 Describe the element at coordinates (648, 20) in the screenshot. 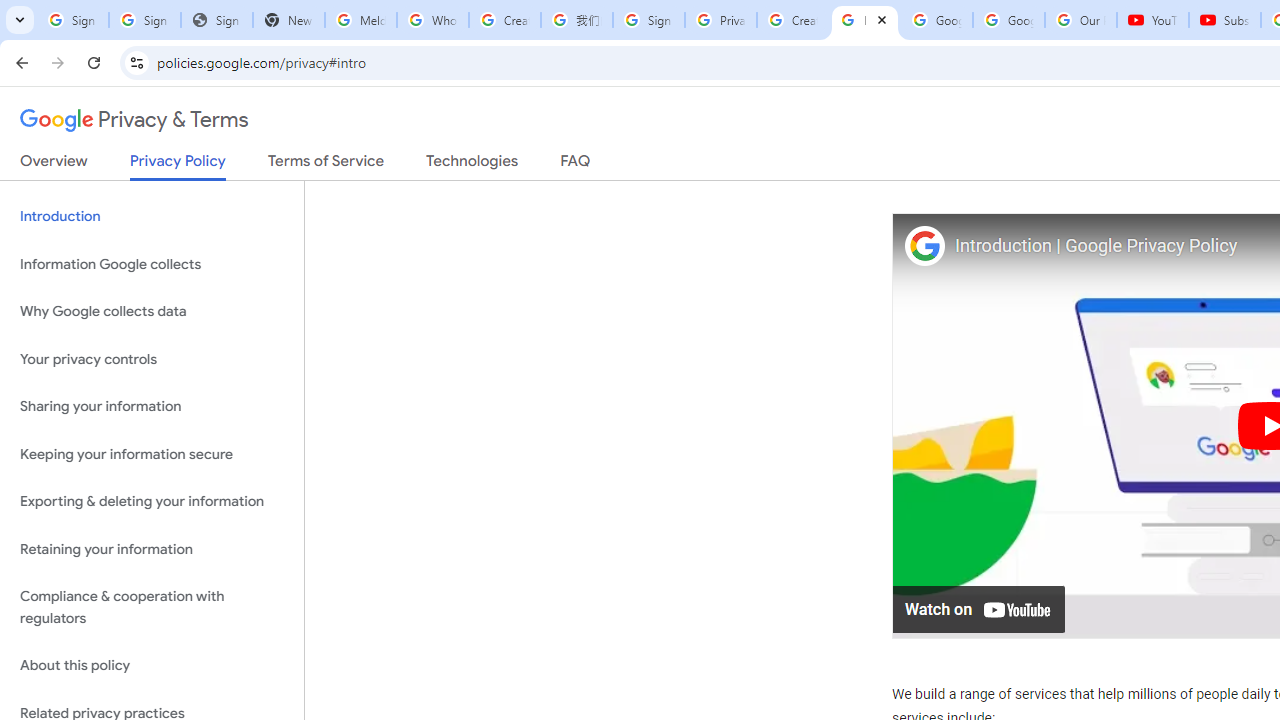

I see `'Sign in - Google Accounts'` at that location.